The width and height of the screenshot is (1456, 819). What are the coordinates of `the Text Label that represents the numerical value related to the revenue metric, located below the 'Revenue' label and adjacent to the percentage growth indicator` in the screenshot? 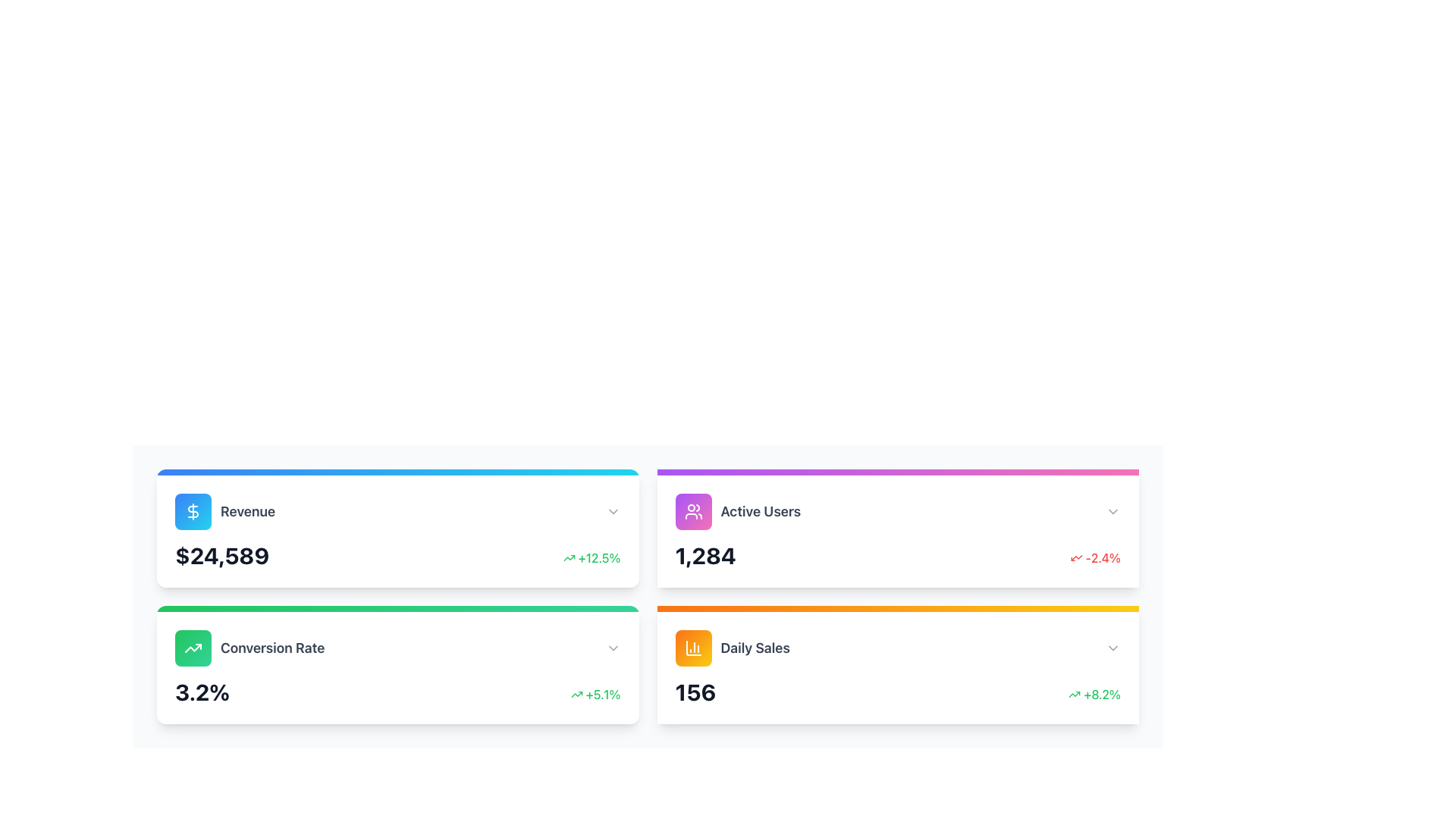 It's located at (221, 555).